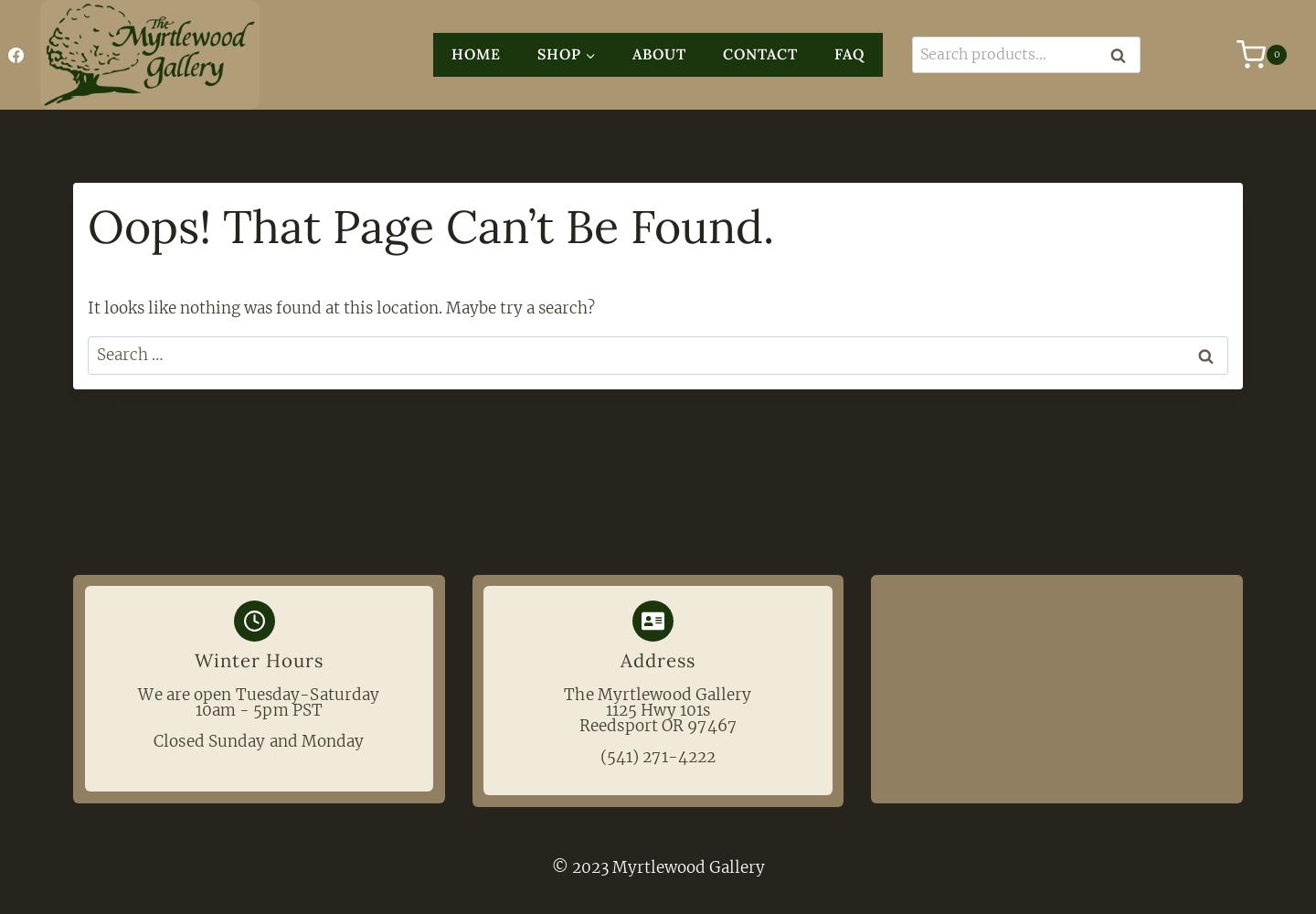  I want to click on 'We are open Tuesday-Saturday', so click(257, 695).